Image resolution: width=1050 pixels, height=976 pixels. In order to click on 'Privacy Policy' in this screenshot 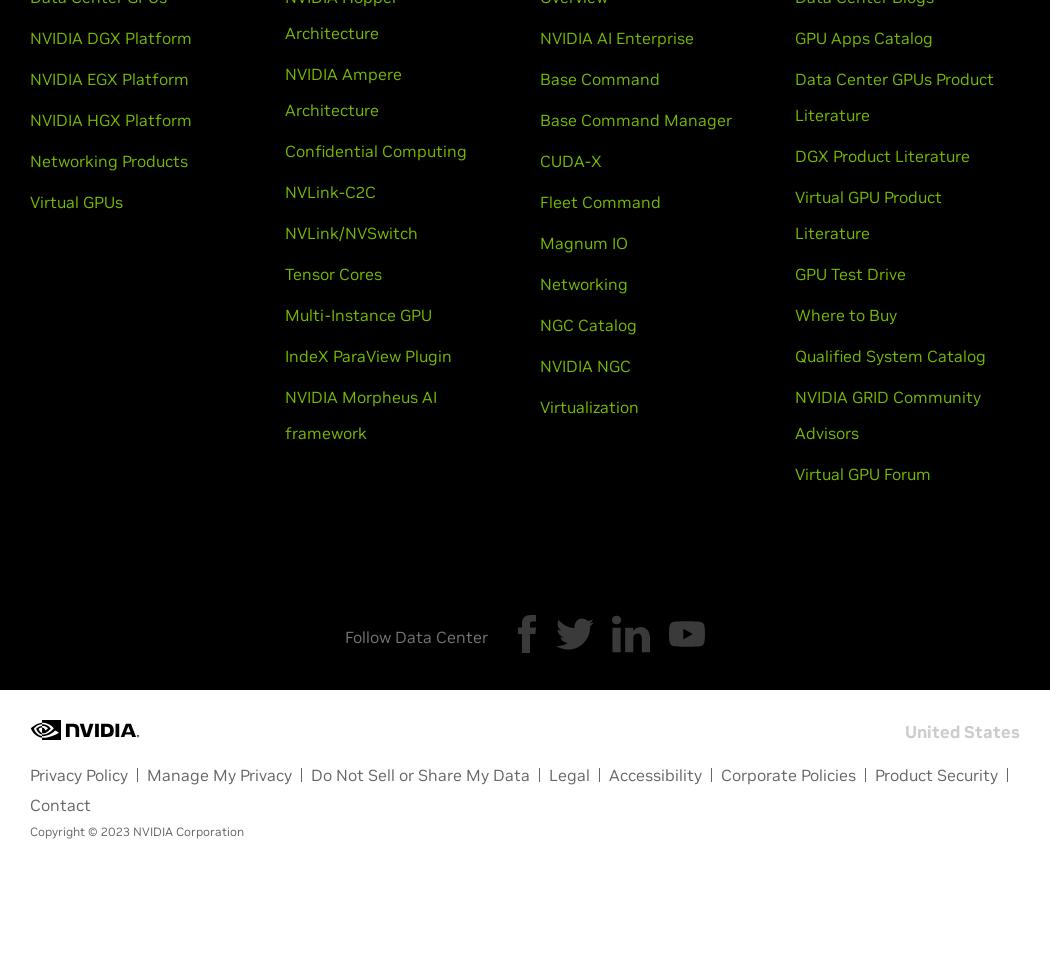, I will do `click(78, 775)`.